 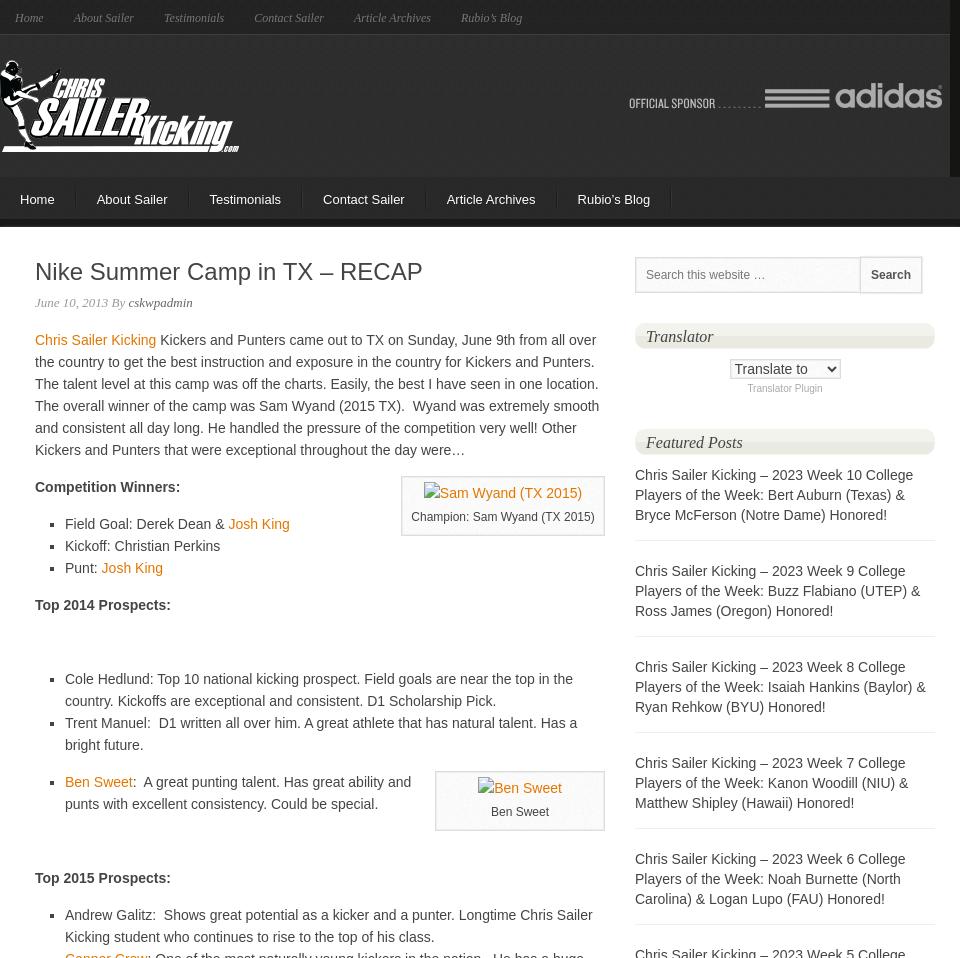 What do you see at coordinates (634, 782) in the screenshot?
I see `'Chris Sailer Kicking – 2023 Week 7 College Players of the Week: Kanon Woodill (NIU) & Matthew Shipley (Hawaii) Honored!'` at bounding box center [634, 782].